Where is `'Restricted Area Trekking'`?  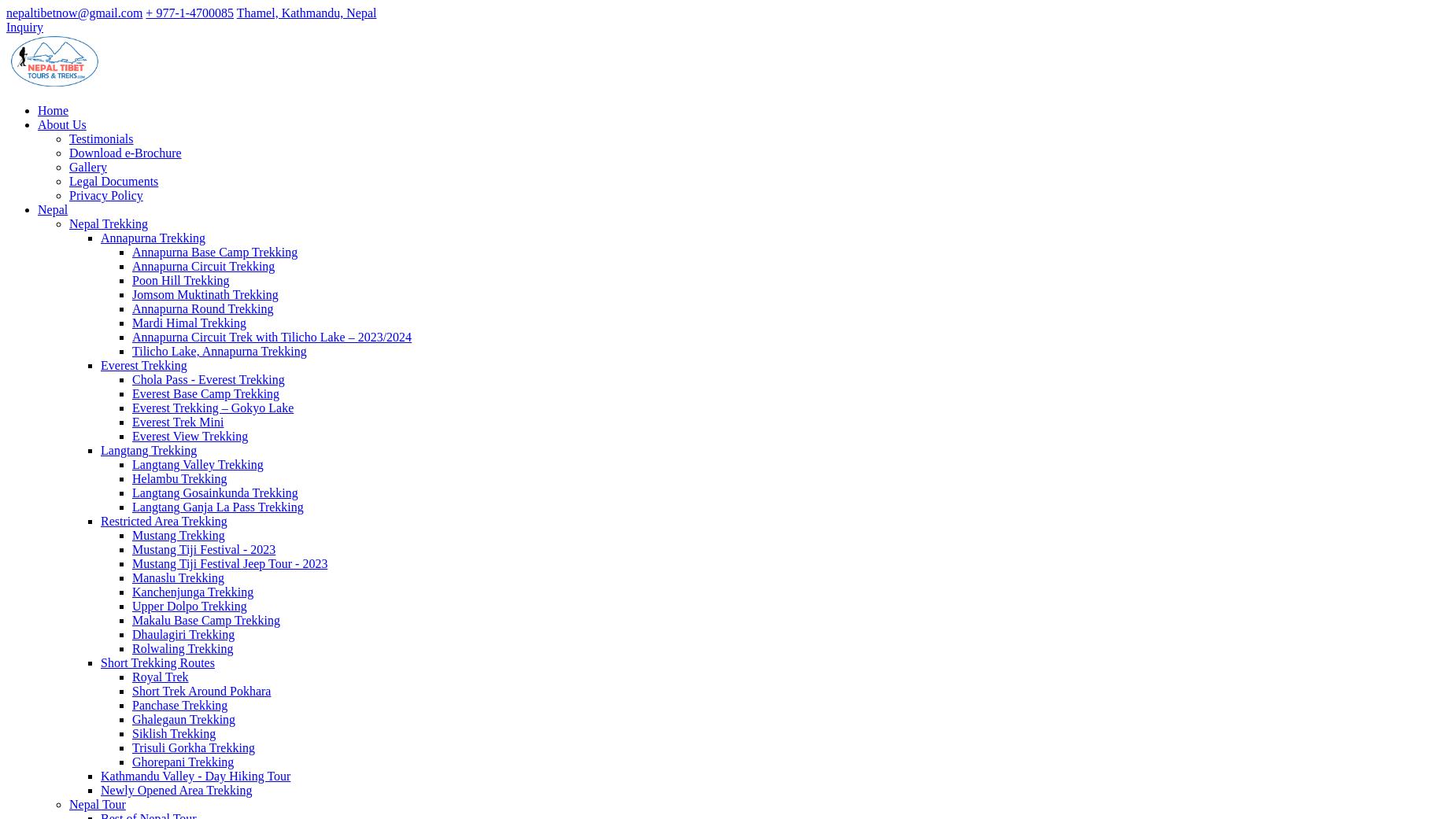
'Restricted Area Trekking' is located at coordinates (100, 520).